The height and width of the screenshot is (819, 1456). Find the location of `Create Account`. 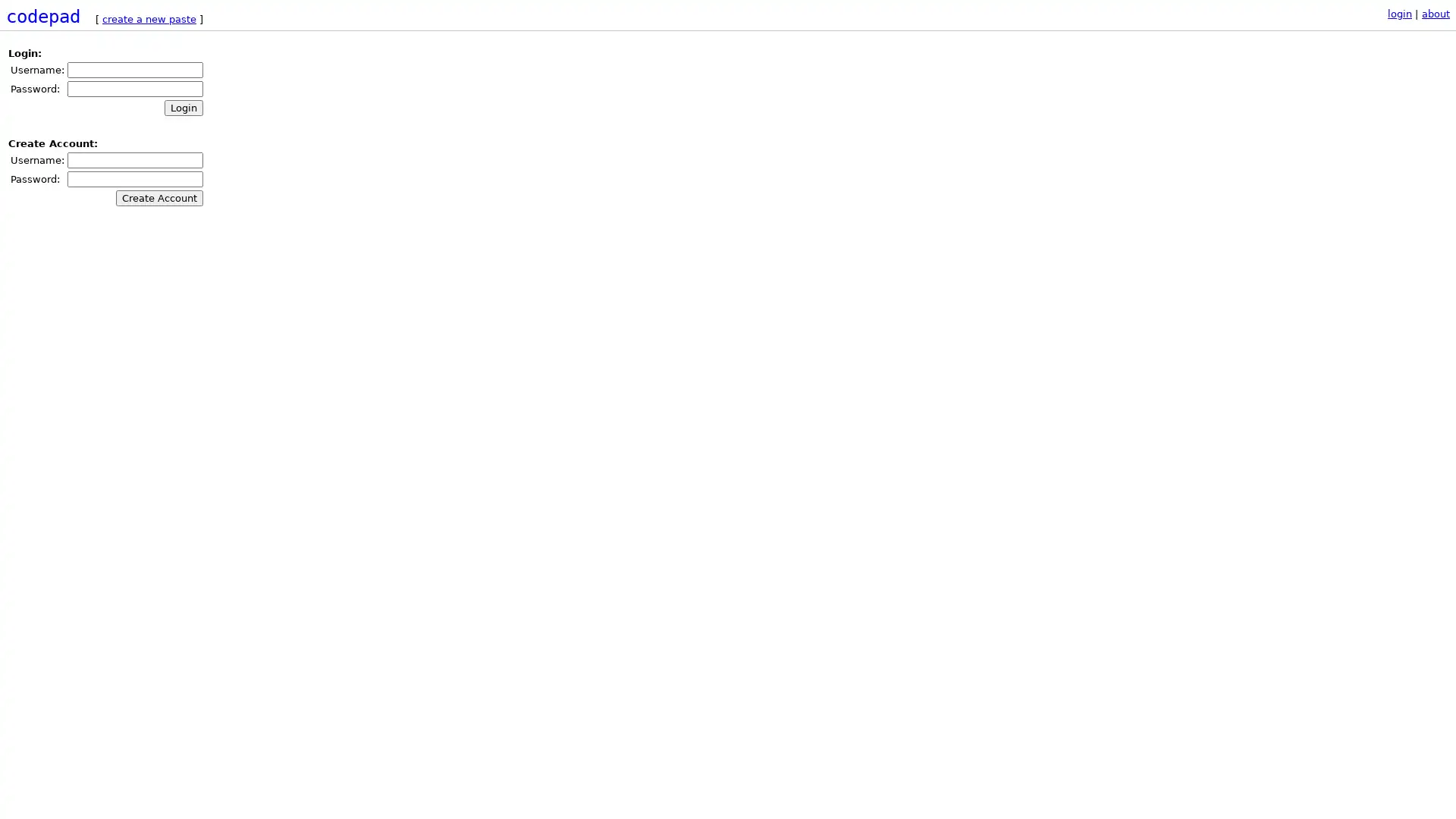

Create Account is located at coordinates (159, 197).